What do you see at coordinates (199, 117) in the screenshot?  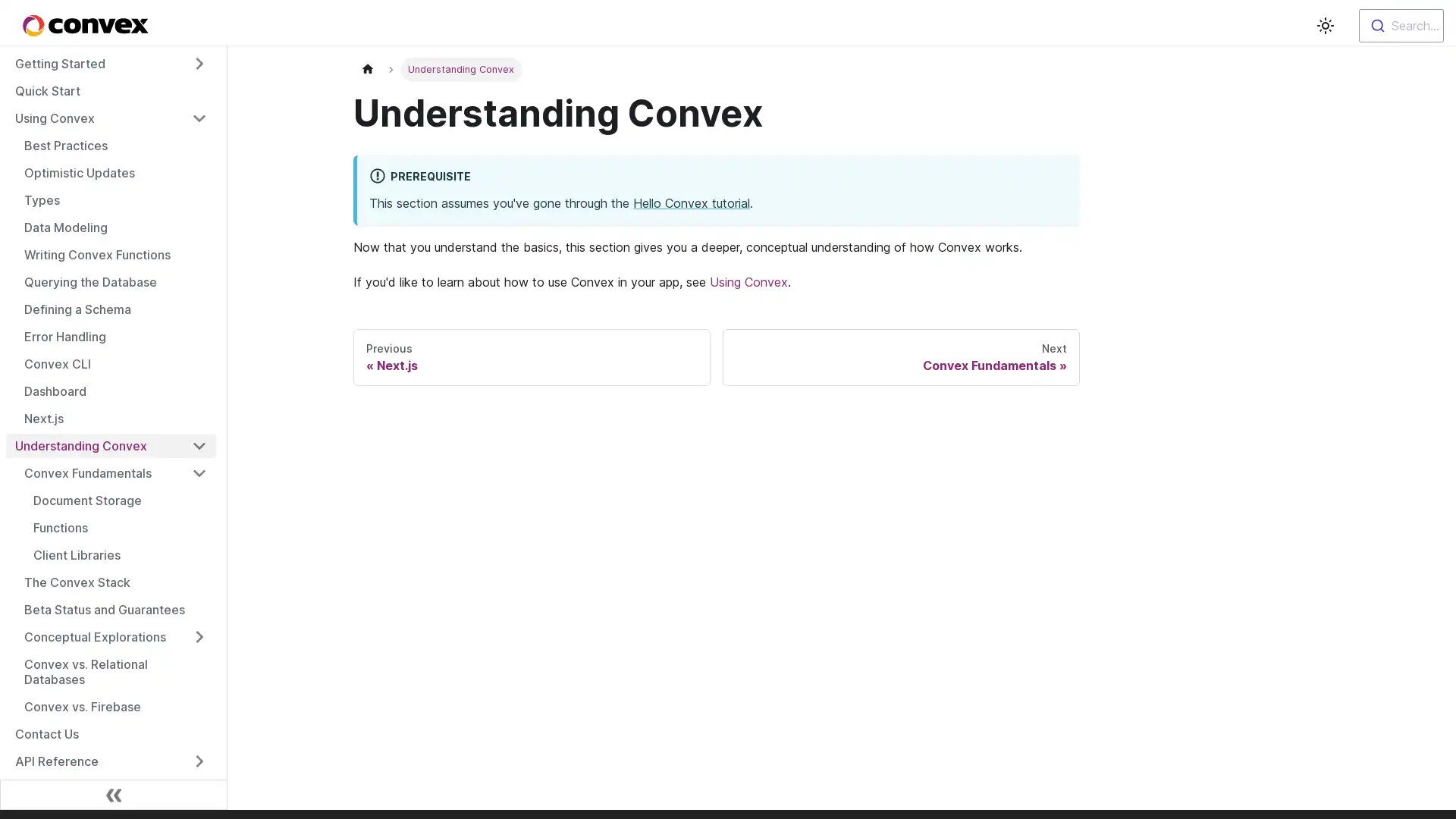 I see `Toggle the collapsible sidebar category 'Using Convex'` at bounding box center [199, 117].